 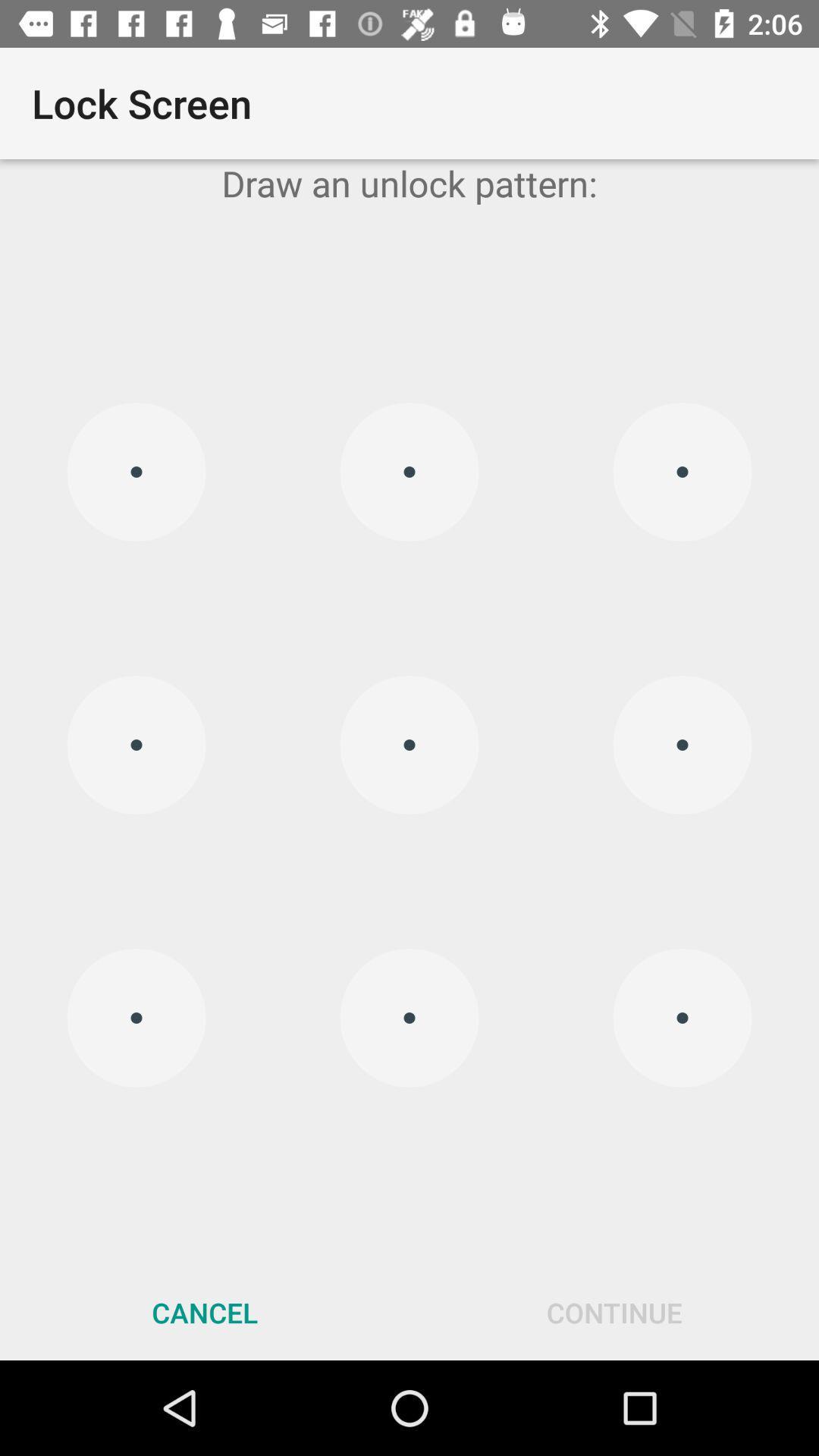 I want to click on cancel at the bottom left corner, so click(x=205, y=1312).